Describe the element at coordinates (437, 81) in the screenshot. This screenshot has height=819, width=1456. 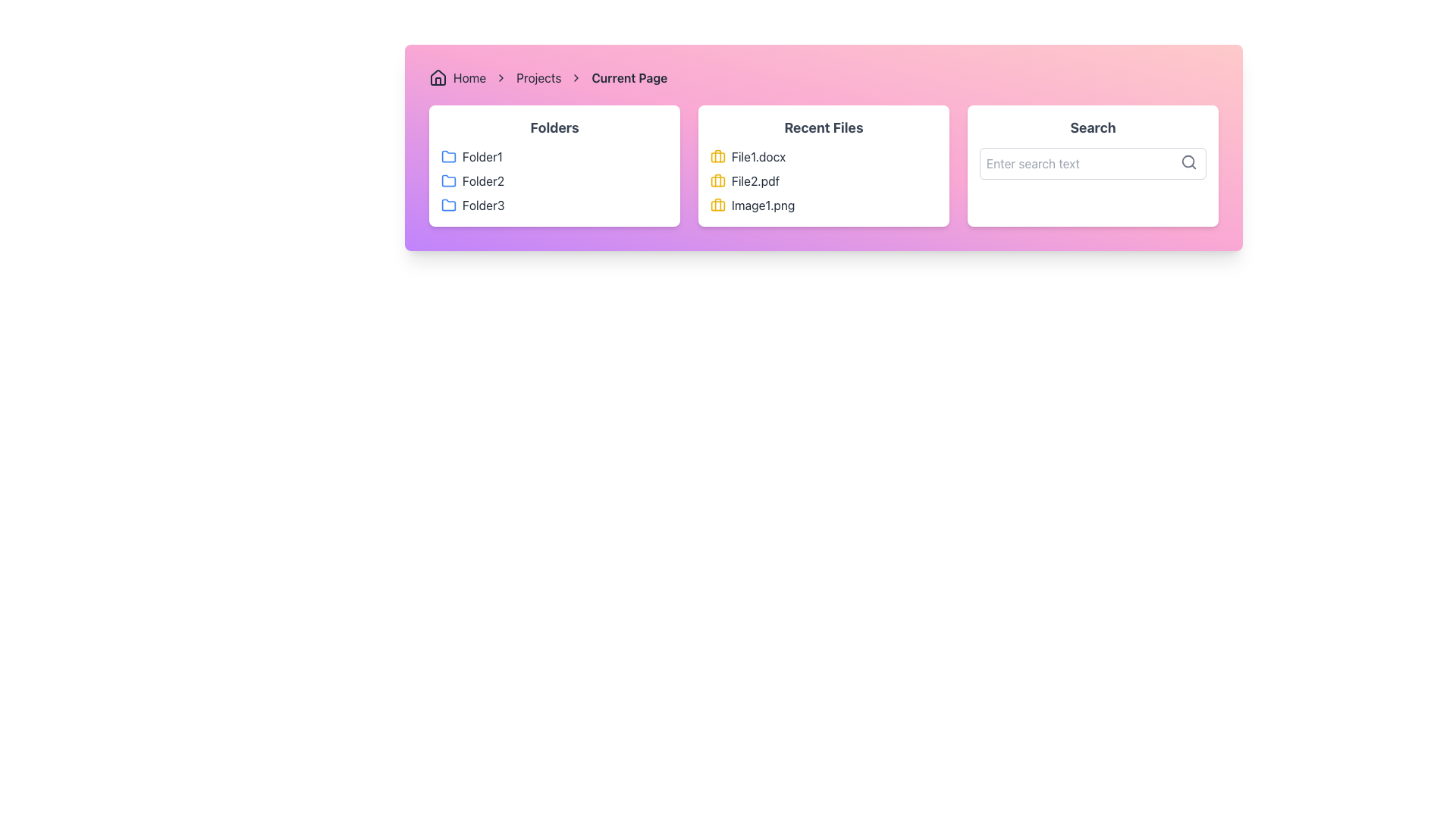
I see `the decorative graphical element within the house icon representing the 'Home' navigation option in the breadcrumb navigation bar` at that location.